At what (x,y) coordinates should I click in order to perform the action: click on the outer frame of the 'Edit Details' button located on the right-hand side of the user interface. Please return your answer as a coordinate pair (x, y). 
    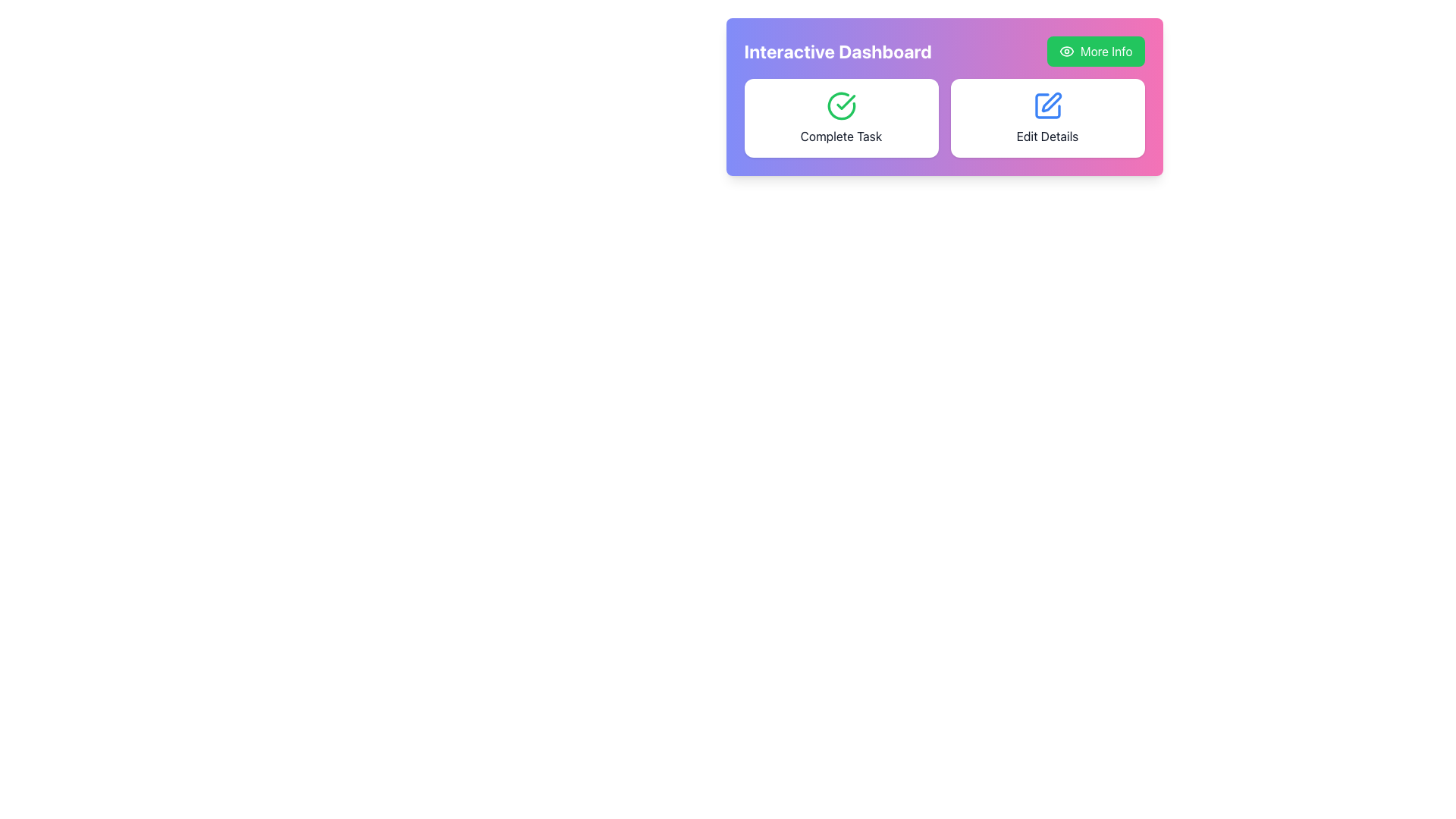
    Looking at the image, I should click on (1046, 105).